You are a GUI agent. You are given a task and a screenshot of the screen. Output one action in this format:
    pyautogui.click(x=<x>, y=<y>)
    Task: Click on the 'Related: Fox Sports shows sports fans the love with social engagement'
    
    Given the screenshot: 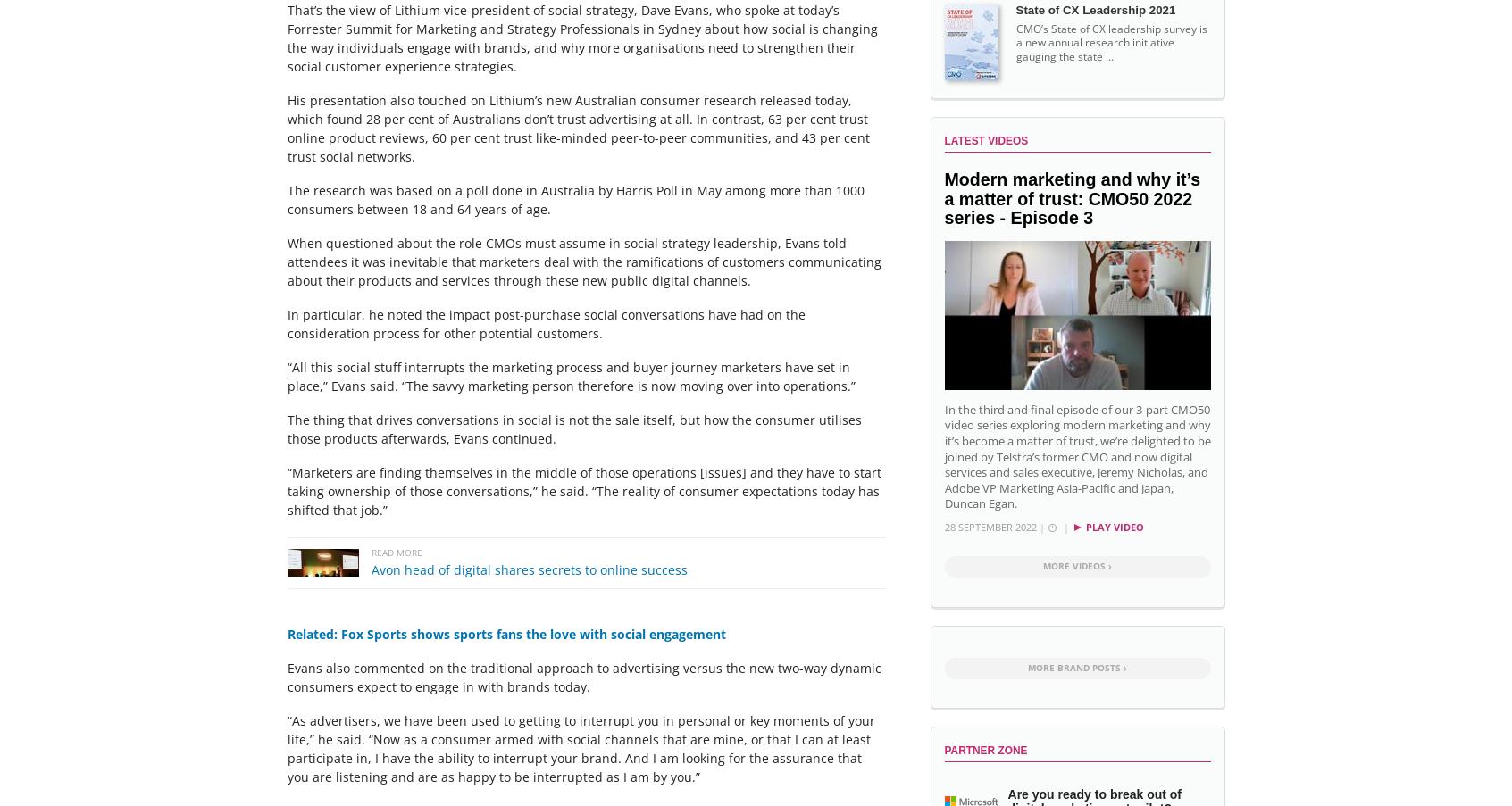 What is the action you would take?
    pyautogui.click(x=285, y=632)
    